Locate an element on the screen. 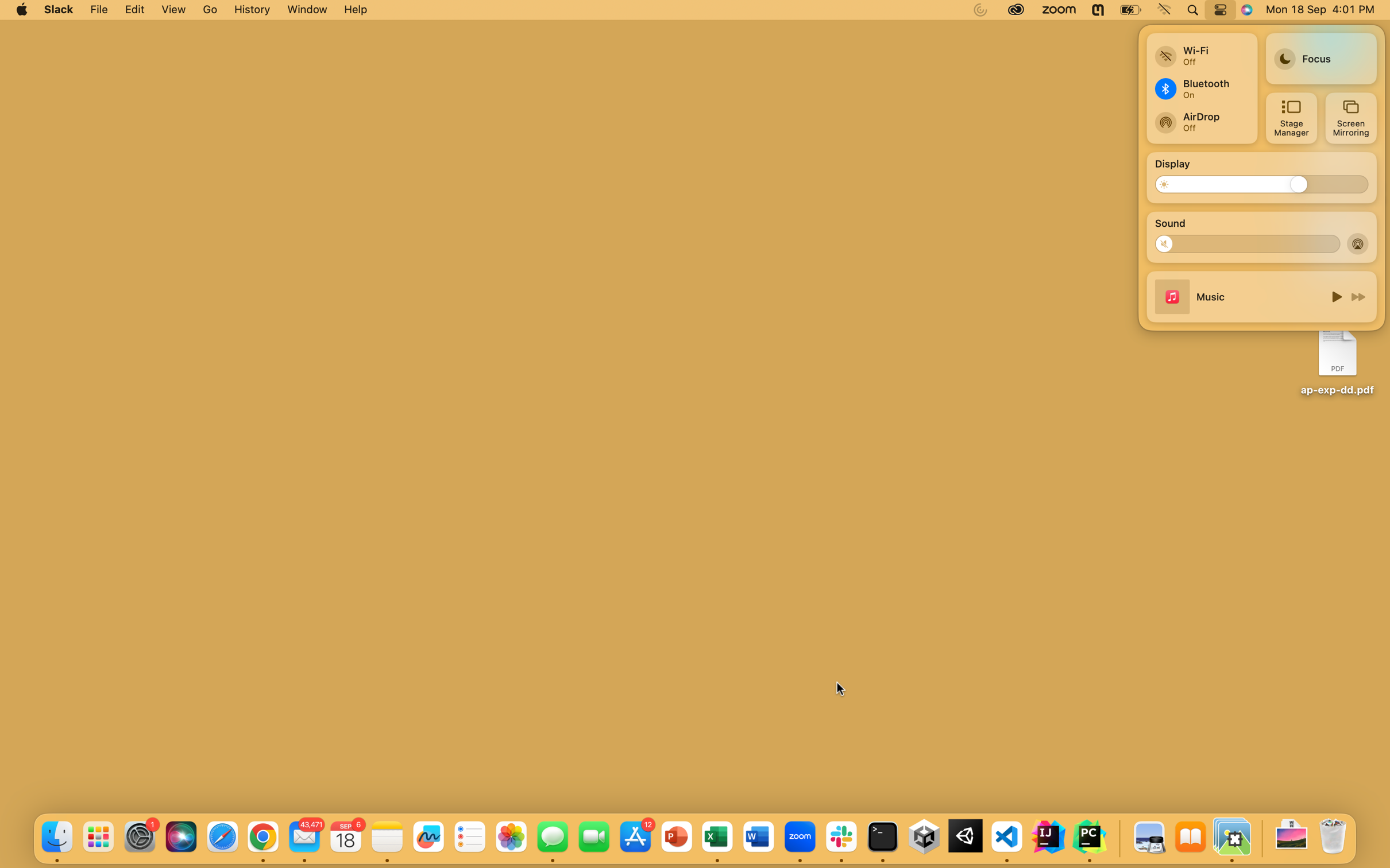 The width and height of the screenshot is (1390, 868). Deactivate airdrop is located at coordinates (1358, 243).